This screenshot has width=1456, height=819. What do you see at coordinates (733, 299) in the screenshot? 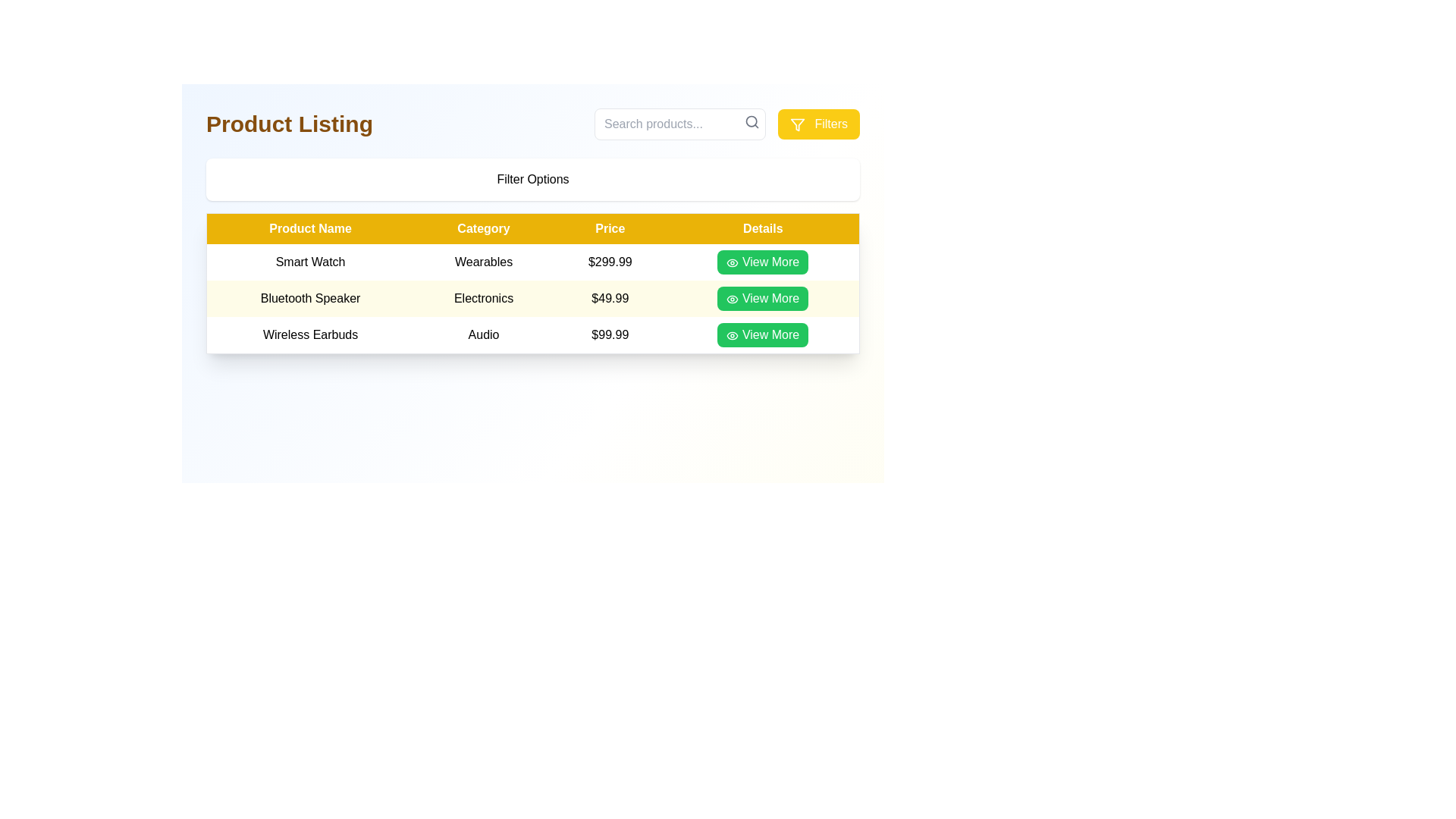
I see `the view icon located inside the 'View More' button in the 'Electronics' row of the 'Details' column` at bounding box center [733, 299].